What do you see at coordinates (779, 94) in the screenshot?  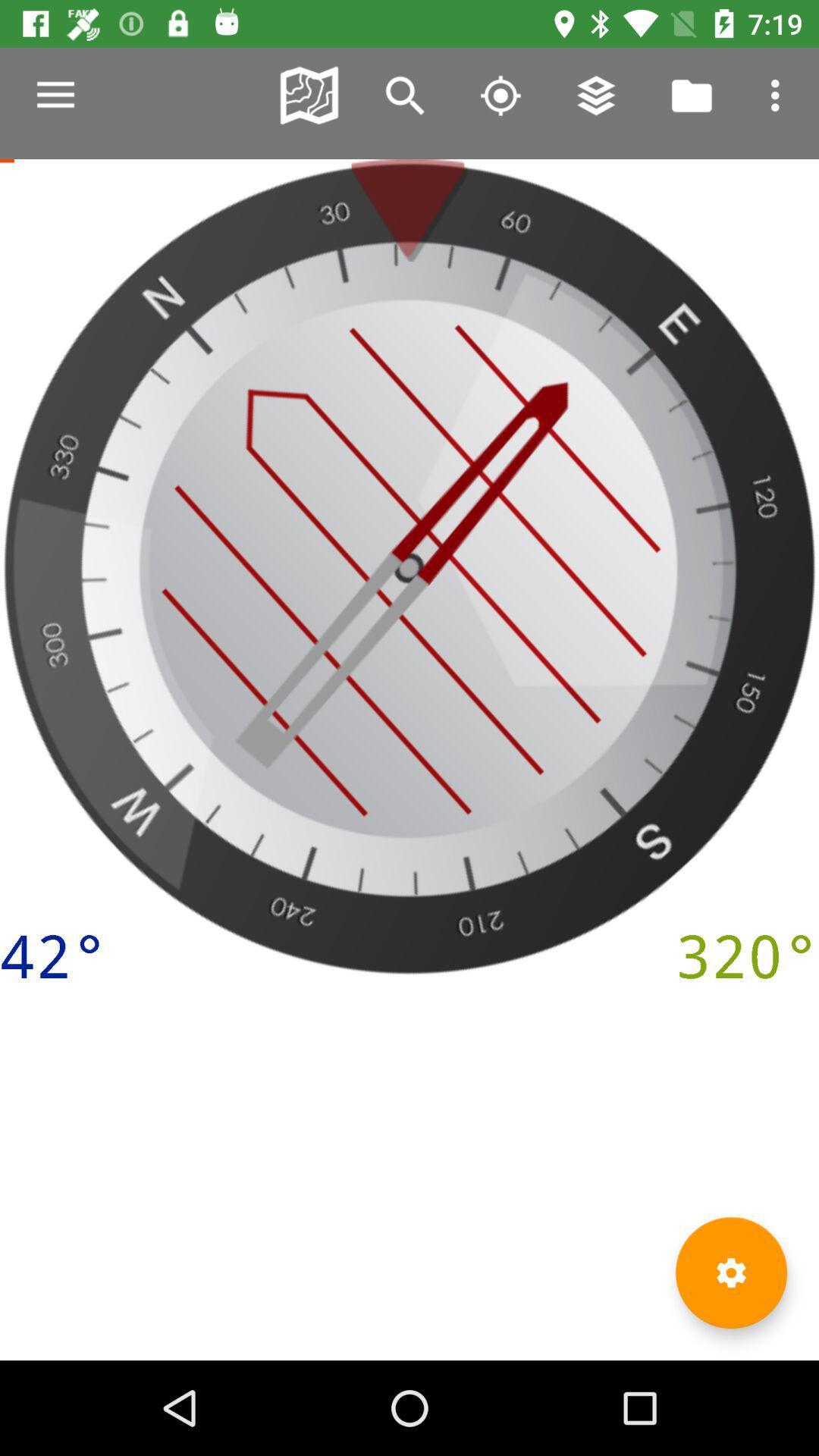 I see `the first option from the right top` at bounding box center [779, 94].